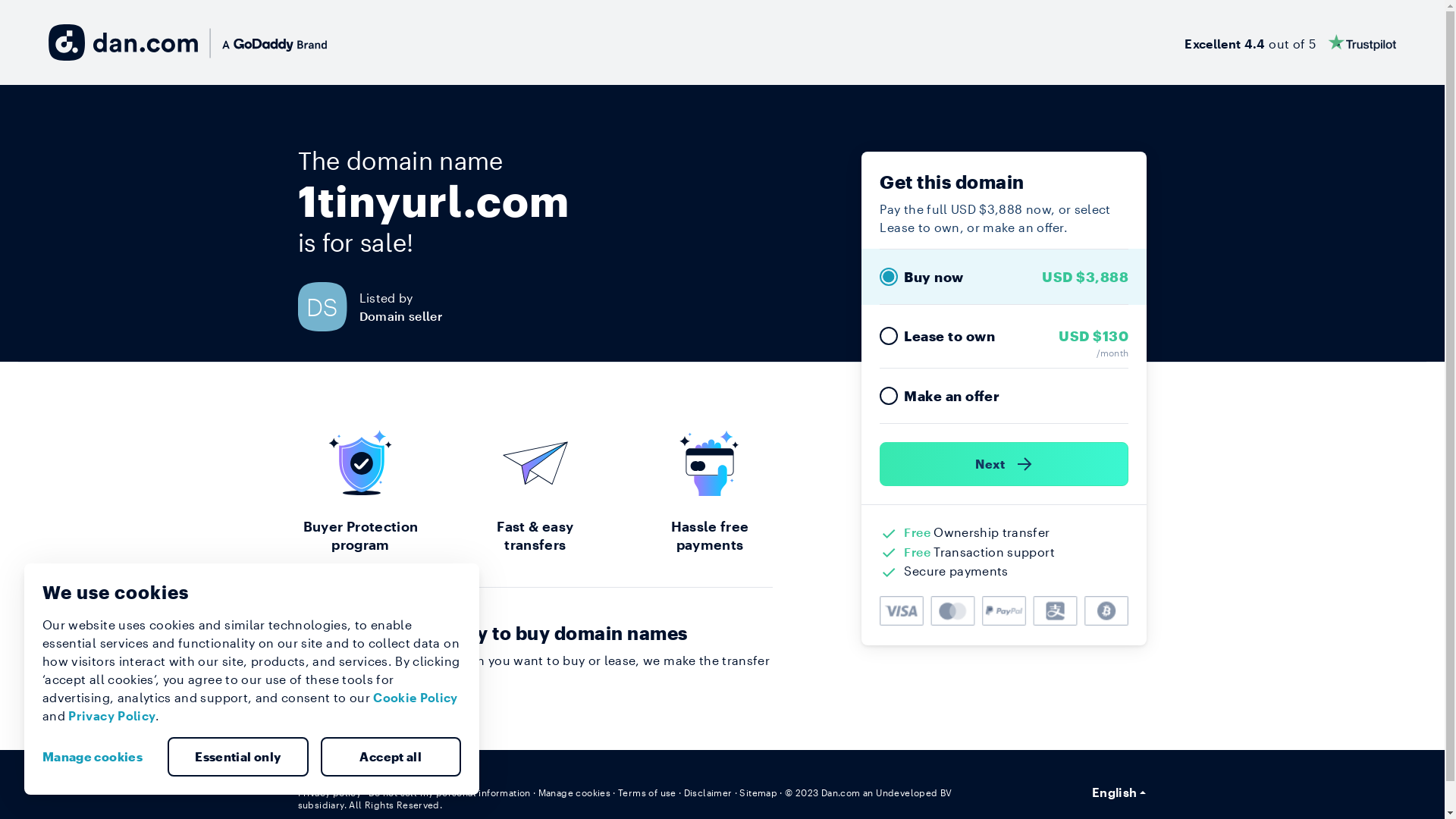 The height and width of the screenshot is (819, 1456). What do you see at coordinates (372, 697) in the screenshot?
I see `'Cookie Policy'` at bounding box center [372, 697].